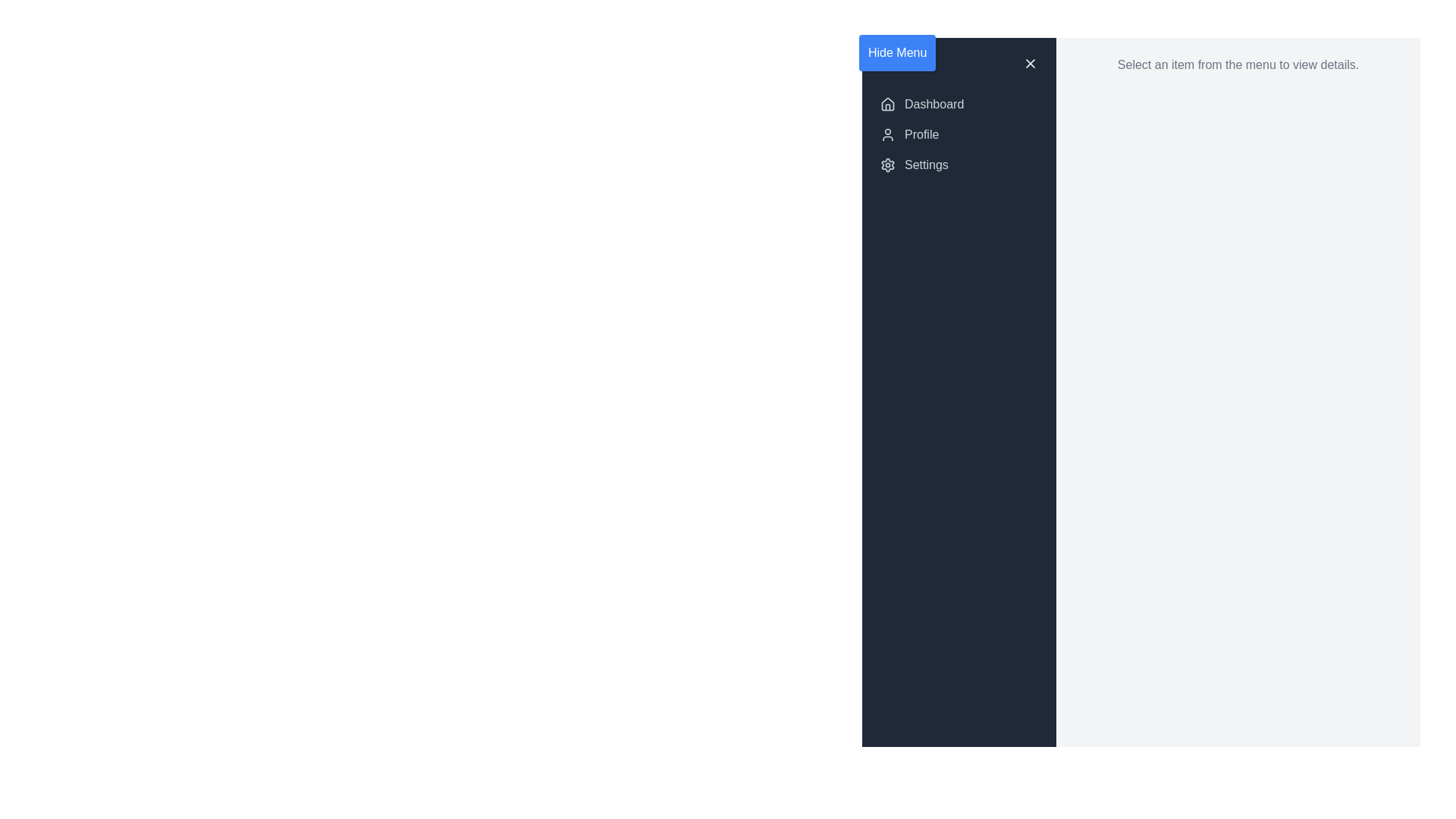 Image resolution: width=1456 pixels, height=819 pixels. Describe the element at coordinates (934, 104) in the screenshot. I see `the 'Dashboard' static text label located in the left-side menu on a dark blue background` at that location.